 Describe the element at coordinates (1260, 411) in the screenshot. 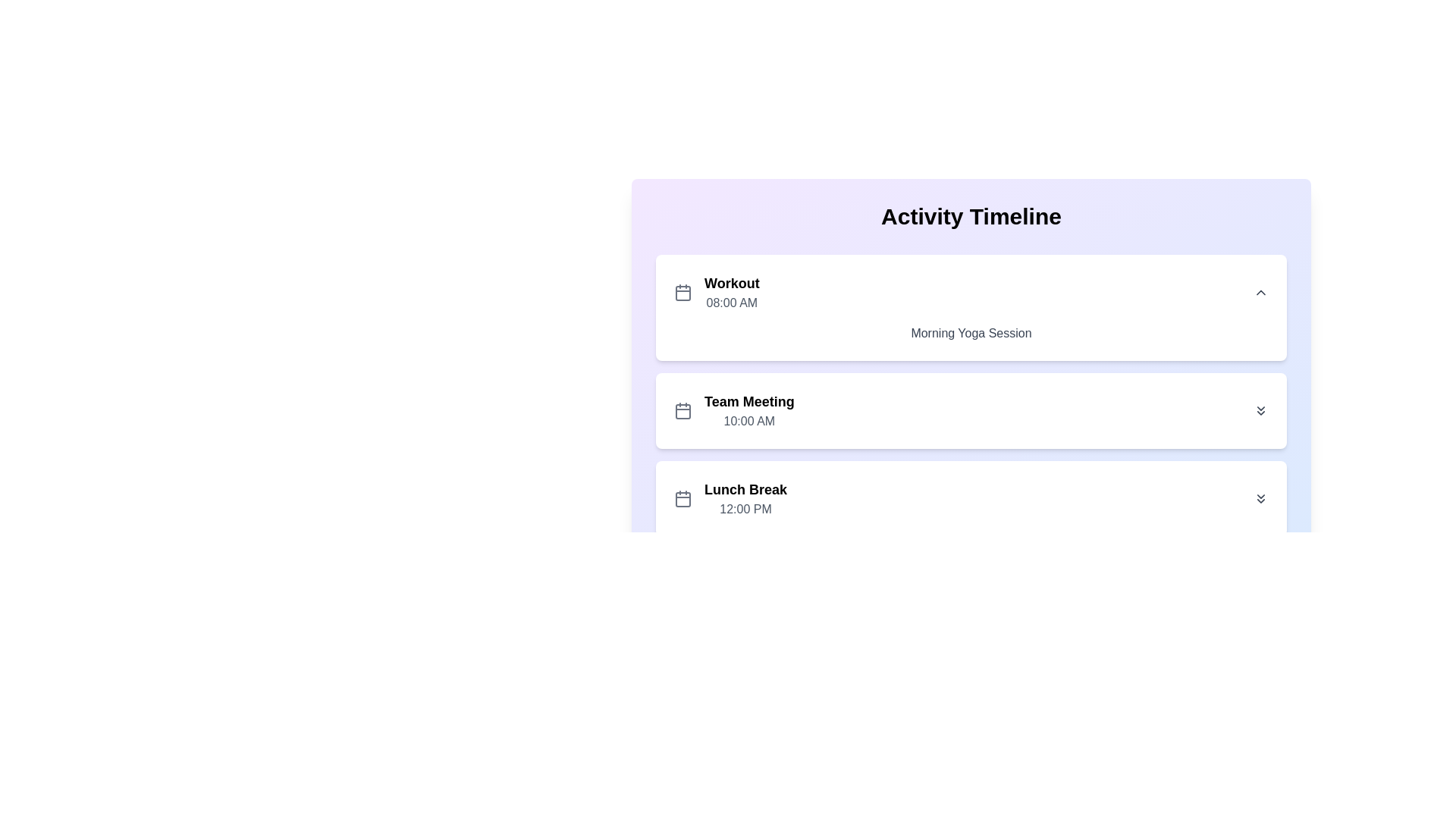

I see `the Icon button in the top-right corner of the 'Team Meeting 10:00 AM' card` at that location.